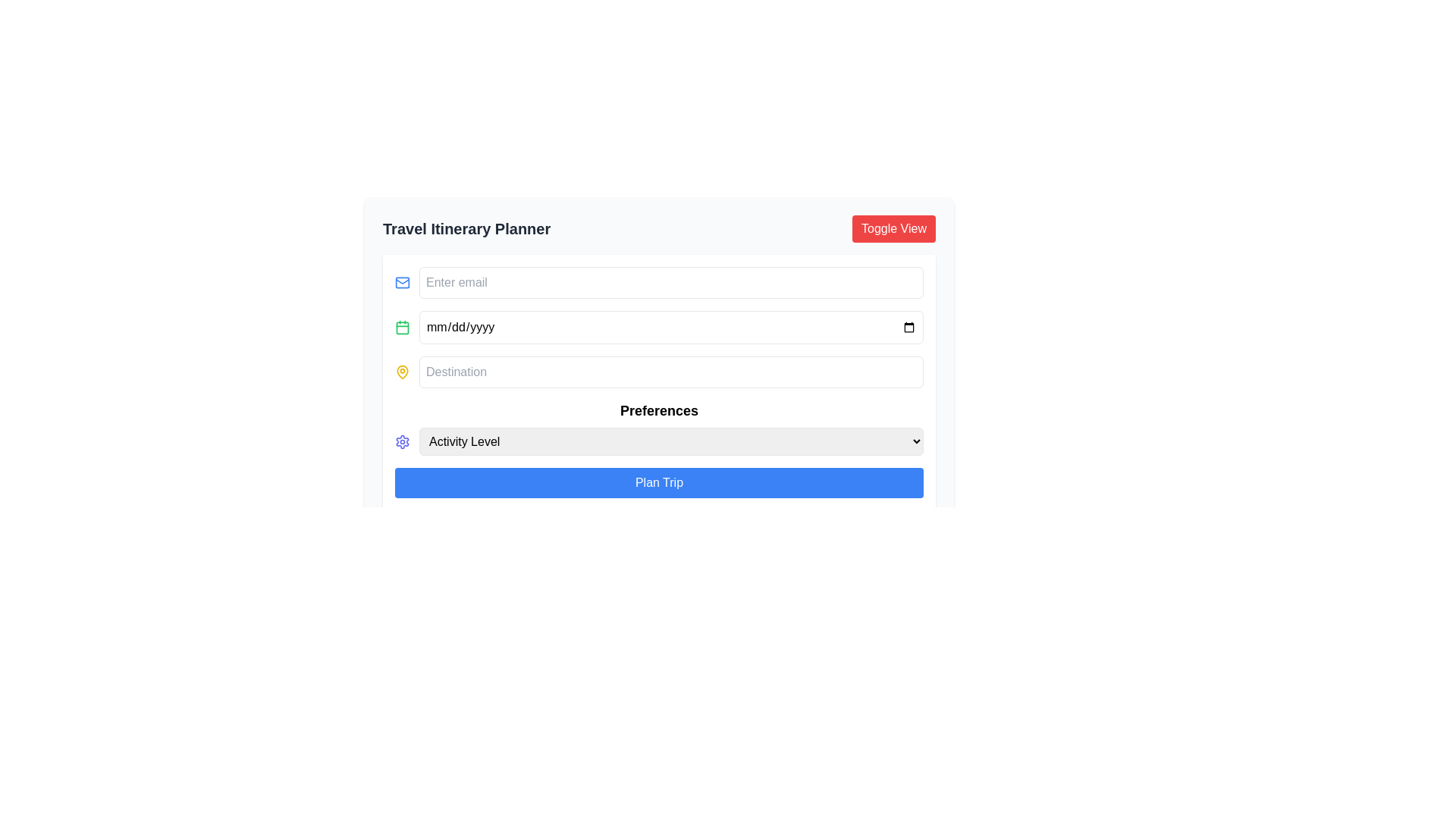  What do you see at coordinates (659, 411) in the screenshot?
I see `the non-interactive label that introduces or categorizes user preferences, positioned above the 'Activity Level' dropdown and below the 'Destination' input field` at bounding box center [659, 411].